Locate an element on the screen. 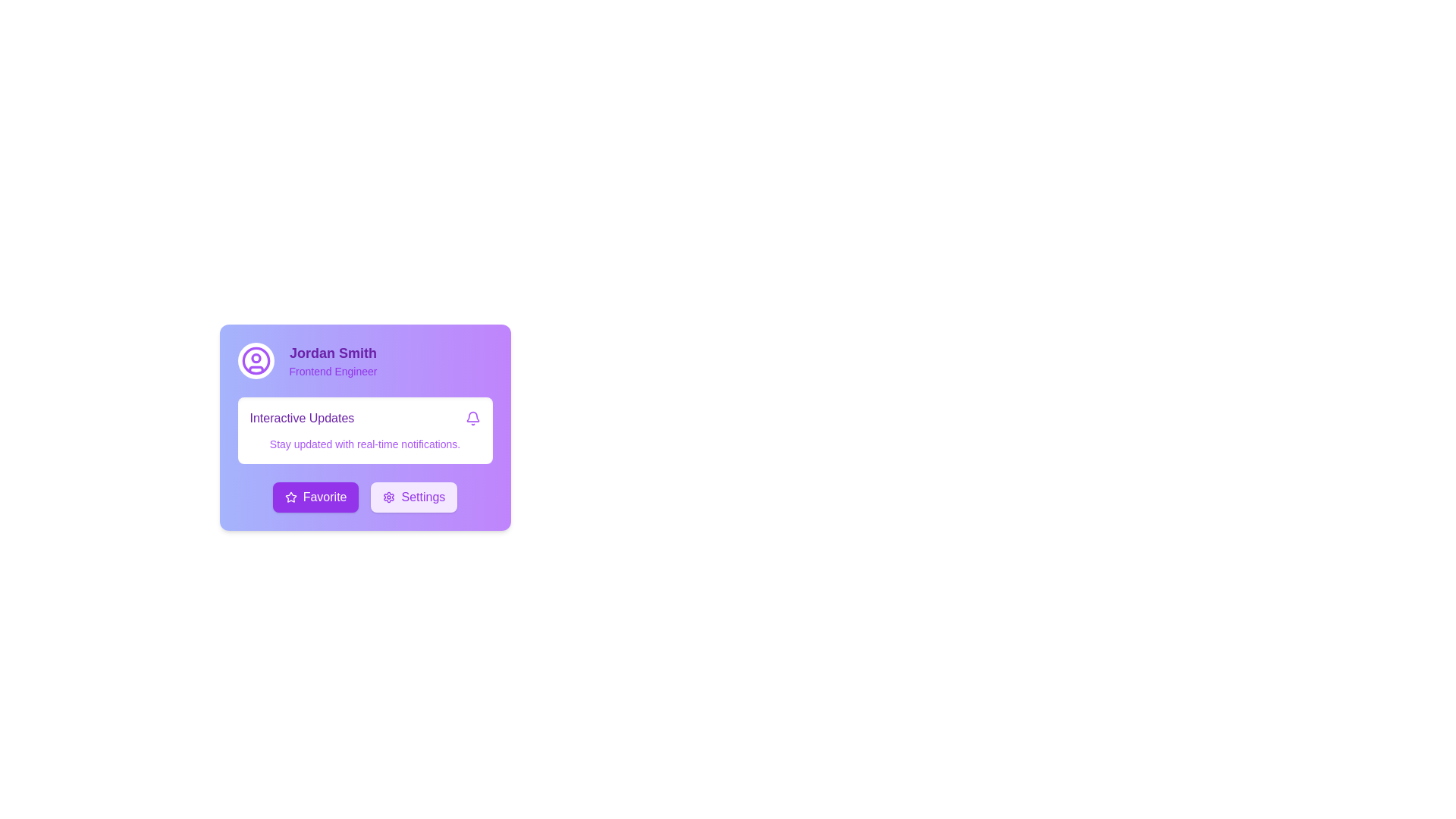 The height and width of the screenshot is (819, 1456). the text label displaying 'Jordan Smith' to highlight it is located at coordinates (332, 353).